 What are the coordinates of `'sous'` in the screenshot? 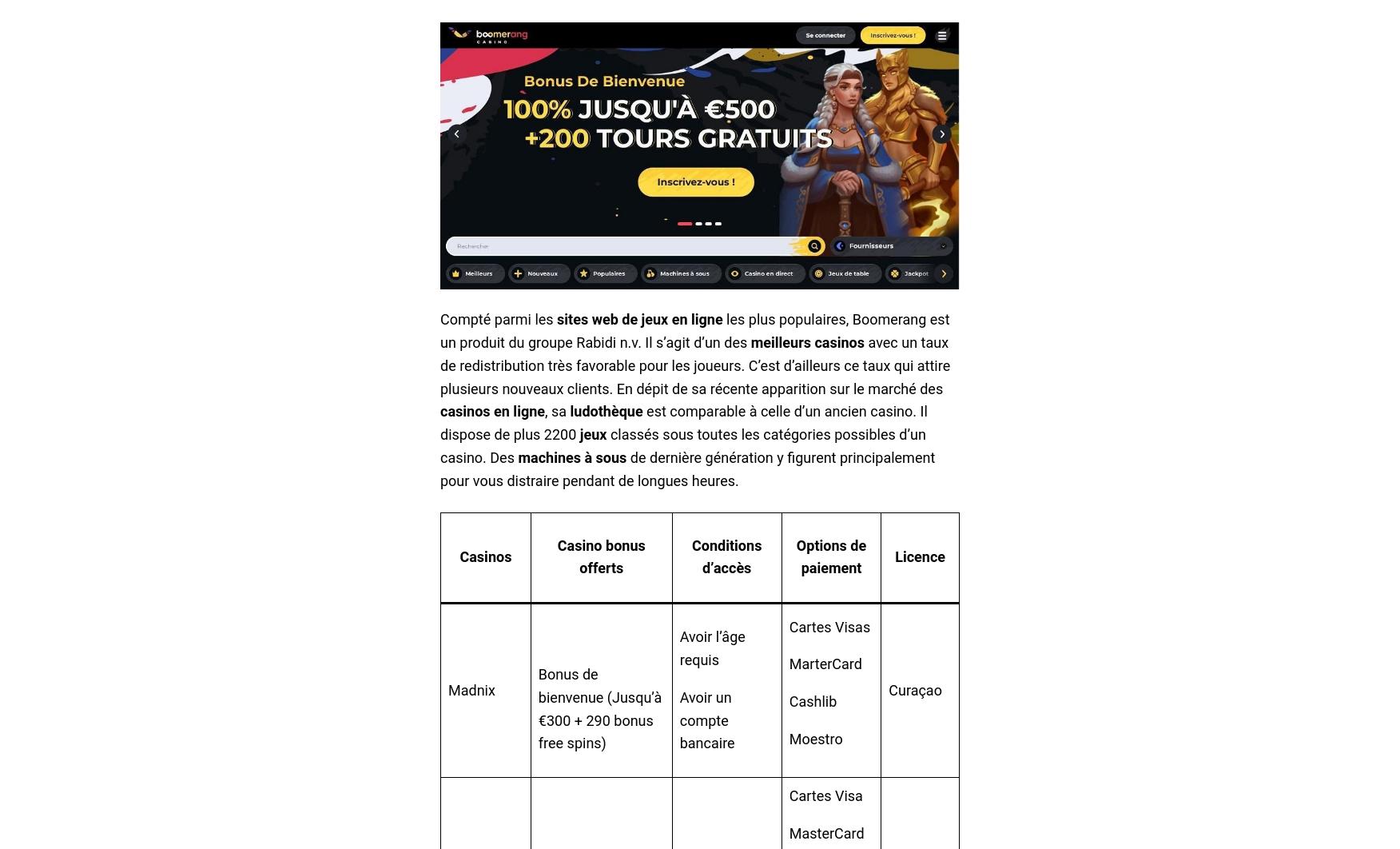 It's located at (611, 457).